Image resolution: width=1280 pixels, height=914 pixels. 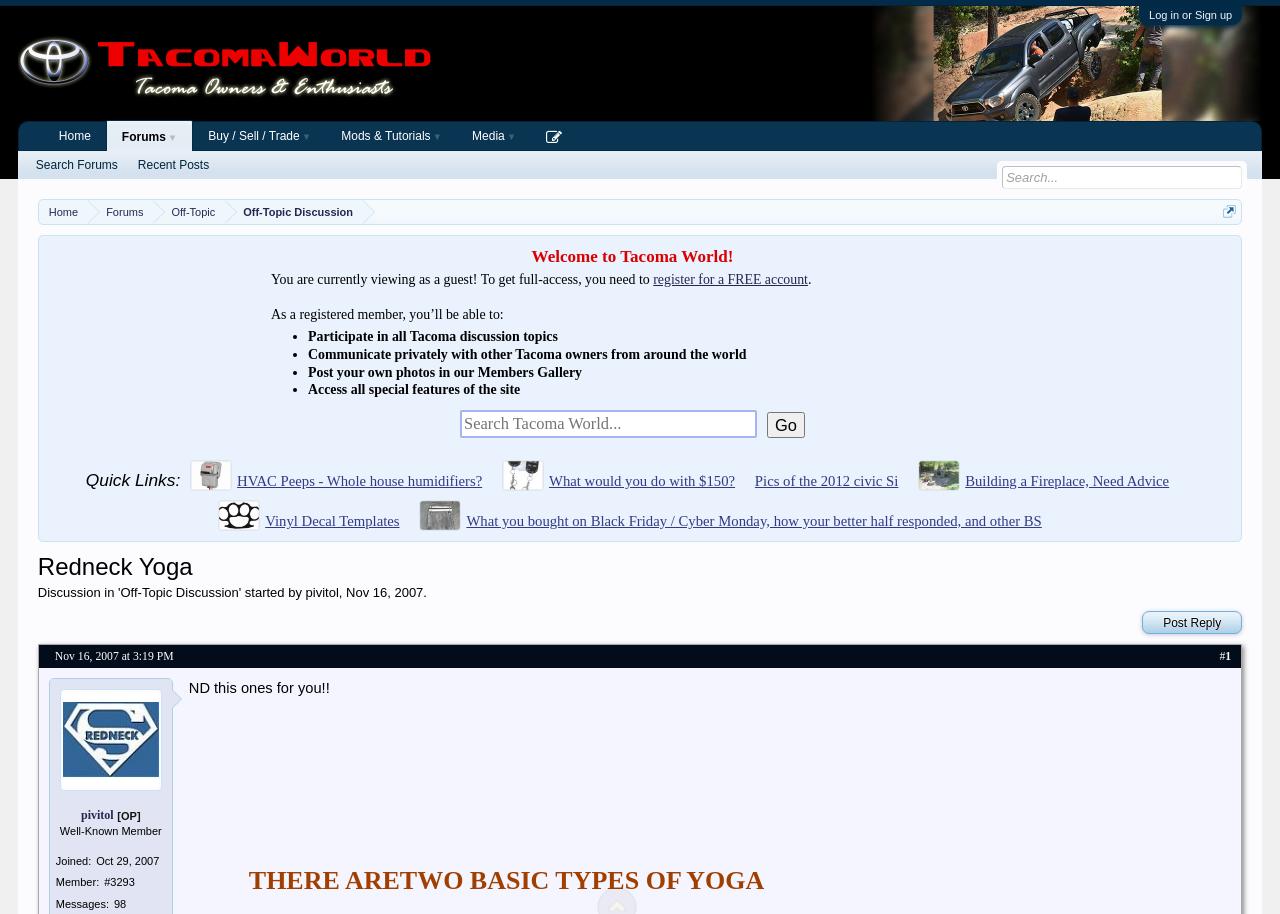 What do you see at coordinates (269, 314) in the screenshot?
I see `'As a registered member, you’ll be able to:'` at bounding box center [269, 314].